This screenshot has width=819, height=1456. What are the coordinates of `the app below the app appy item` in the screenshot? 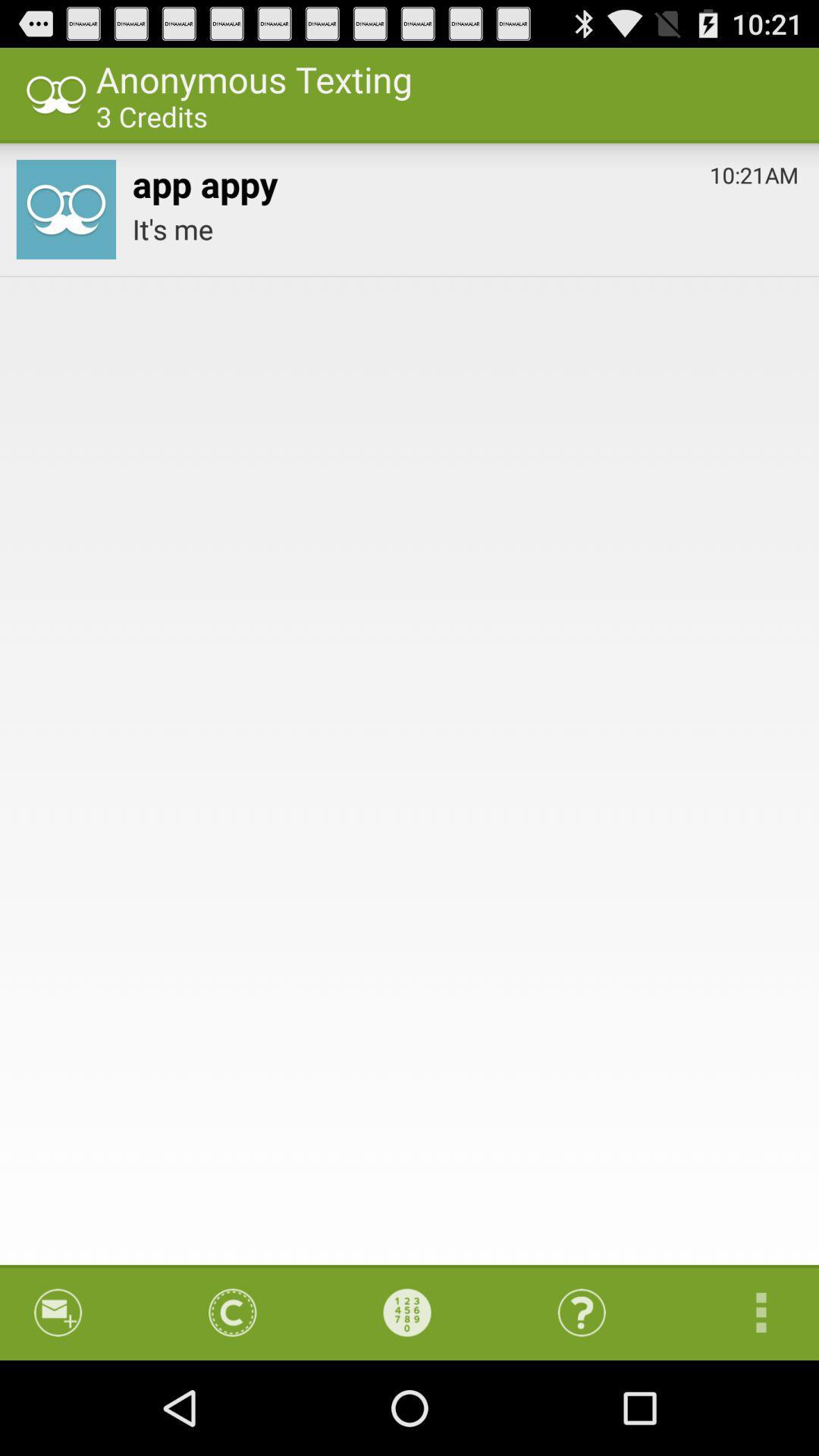 It's located at (464, 228).